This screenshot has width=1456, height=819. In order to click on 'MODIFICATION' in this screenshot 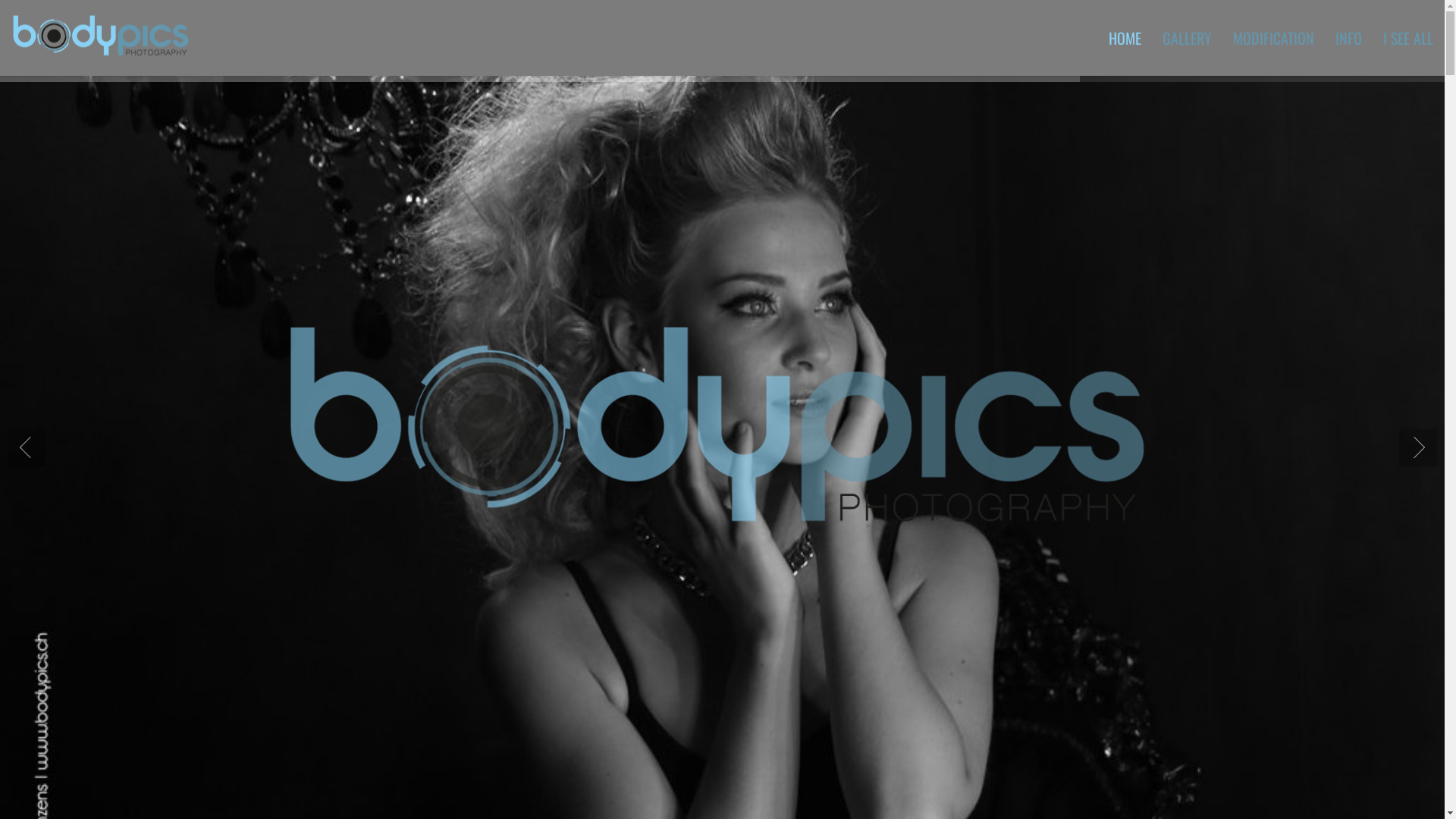, I will do `click(1273, 37)`.